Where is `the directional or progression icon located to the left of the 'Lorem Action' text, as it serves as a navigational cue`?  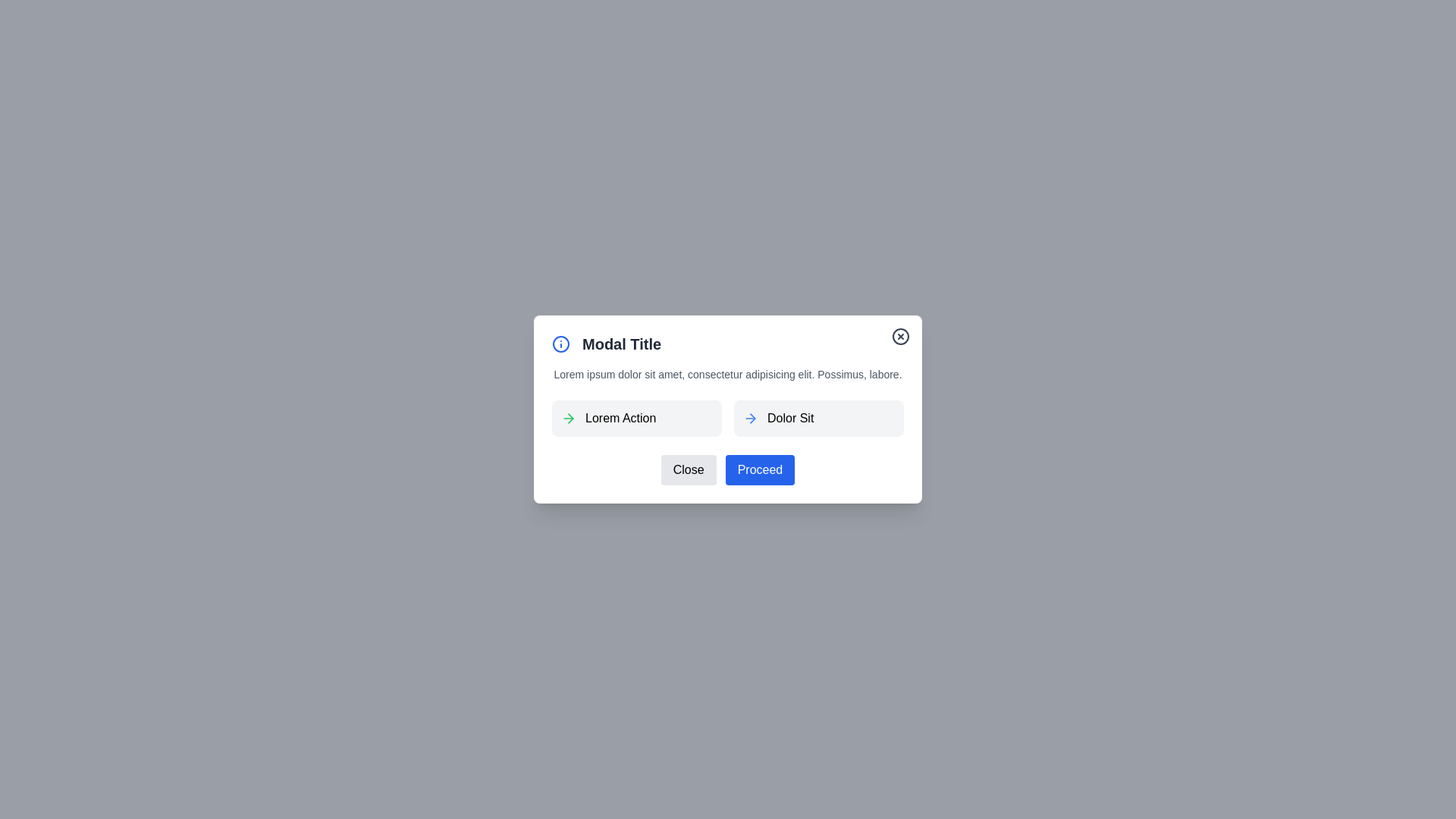 the directional or progression icon located to the left of the 'Lorem Action' text, as it serves as a navigational cue is located at coordinates (567, 418).